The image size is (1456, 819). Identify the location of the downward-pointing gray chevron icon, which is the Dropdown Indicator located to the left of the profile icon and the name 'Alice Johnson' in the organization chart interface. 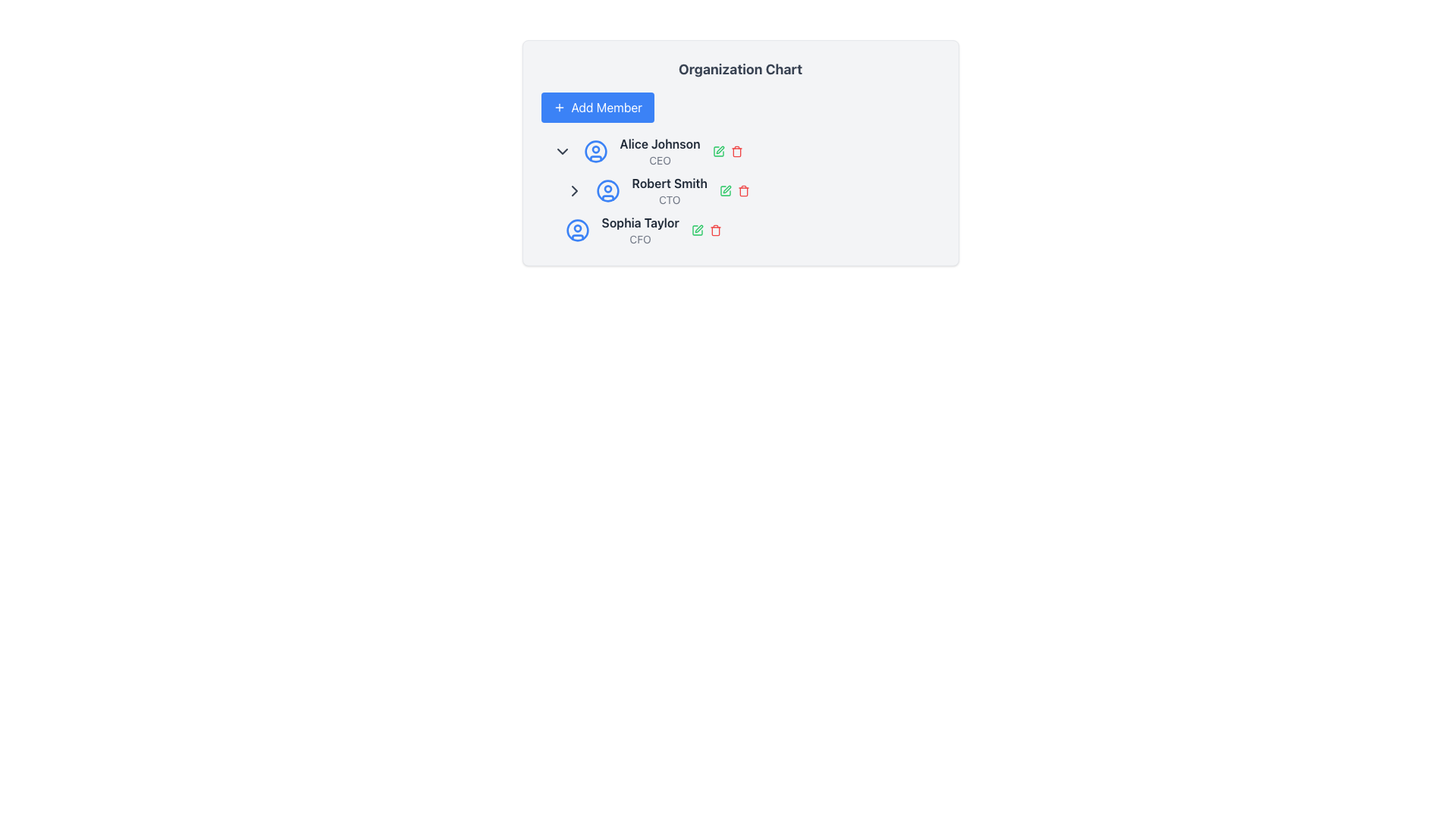
(561, 152).